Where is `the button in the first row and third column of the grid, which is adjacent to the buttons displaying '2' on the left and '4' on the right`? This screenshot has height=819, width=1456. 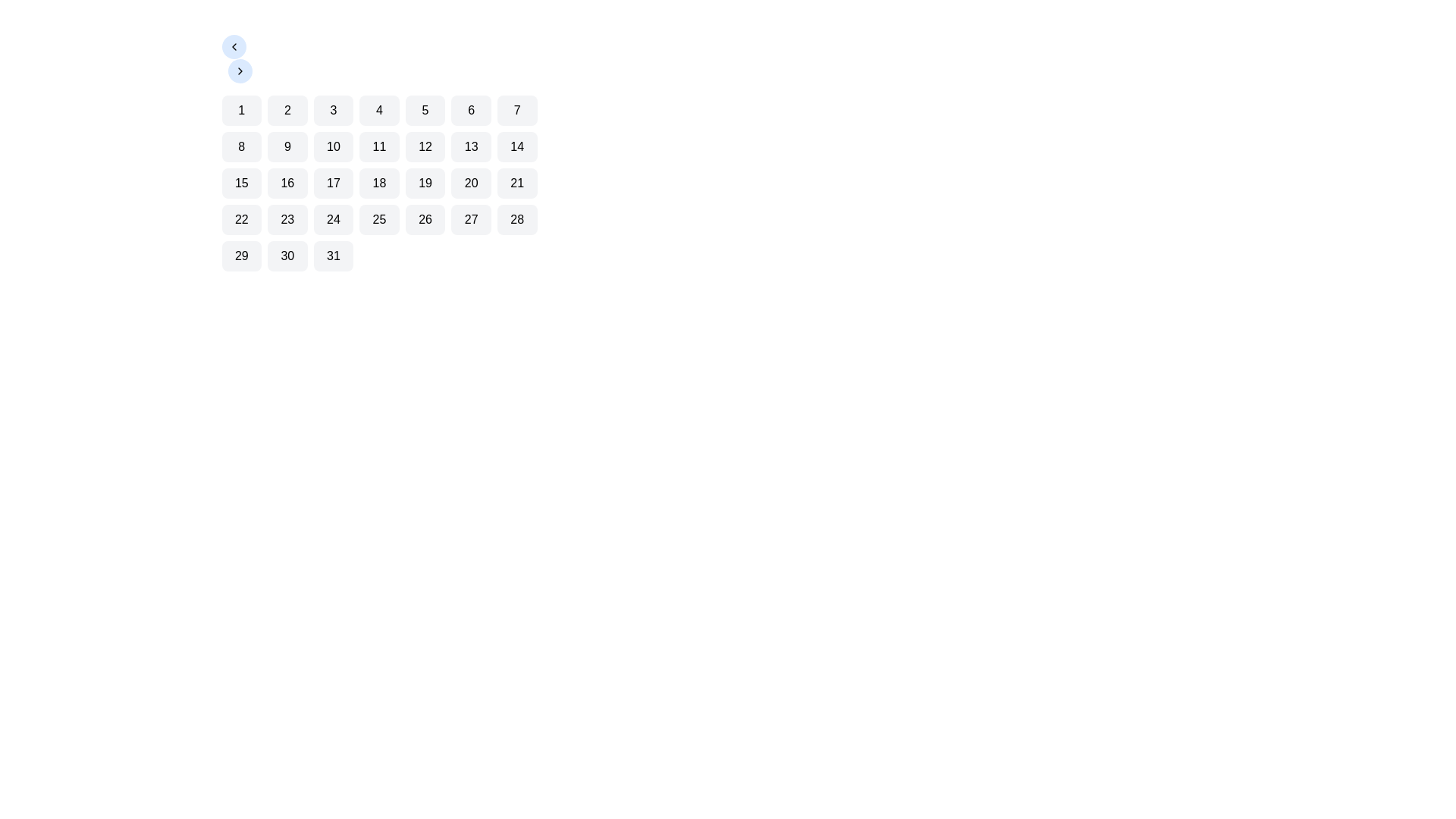
the button in the first row and third column of the grid, which is adjacent to the buttons displaying '2' on the left and '4' on the right is located at coordinates (332, 110).